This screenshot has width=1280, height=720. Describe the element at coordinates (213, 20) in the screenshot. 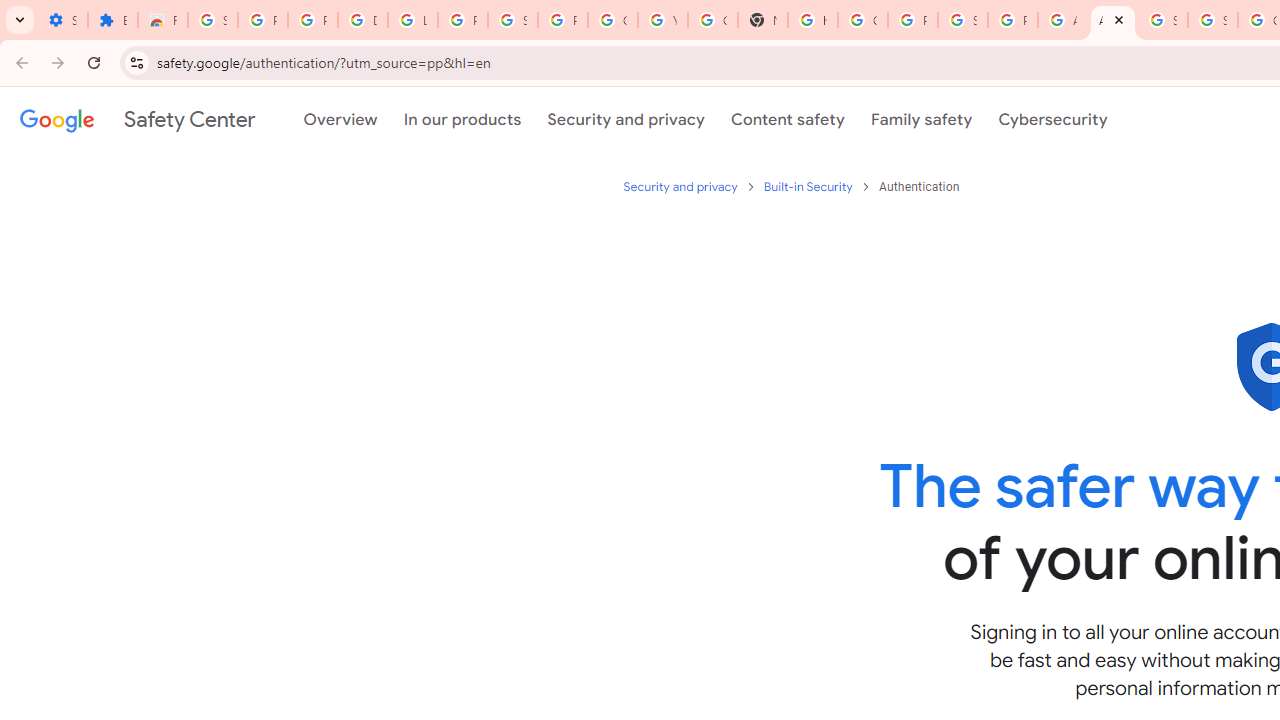

I see `'Sign in - Google Accounts'` at that location.